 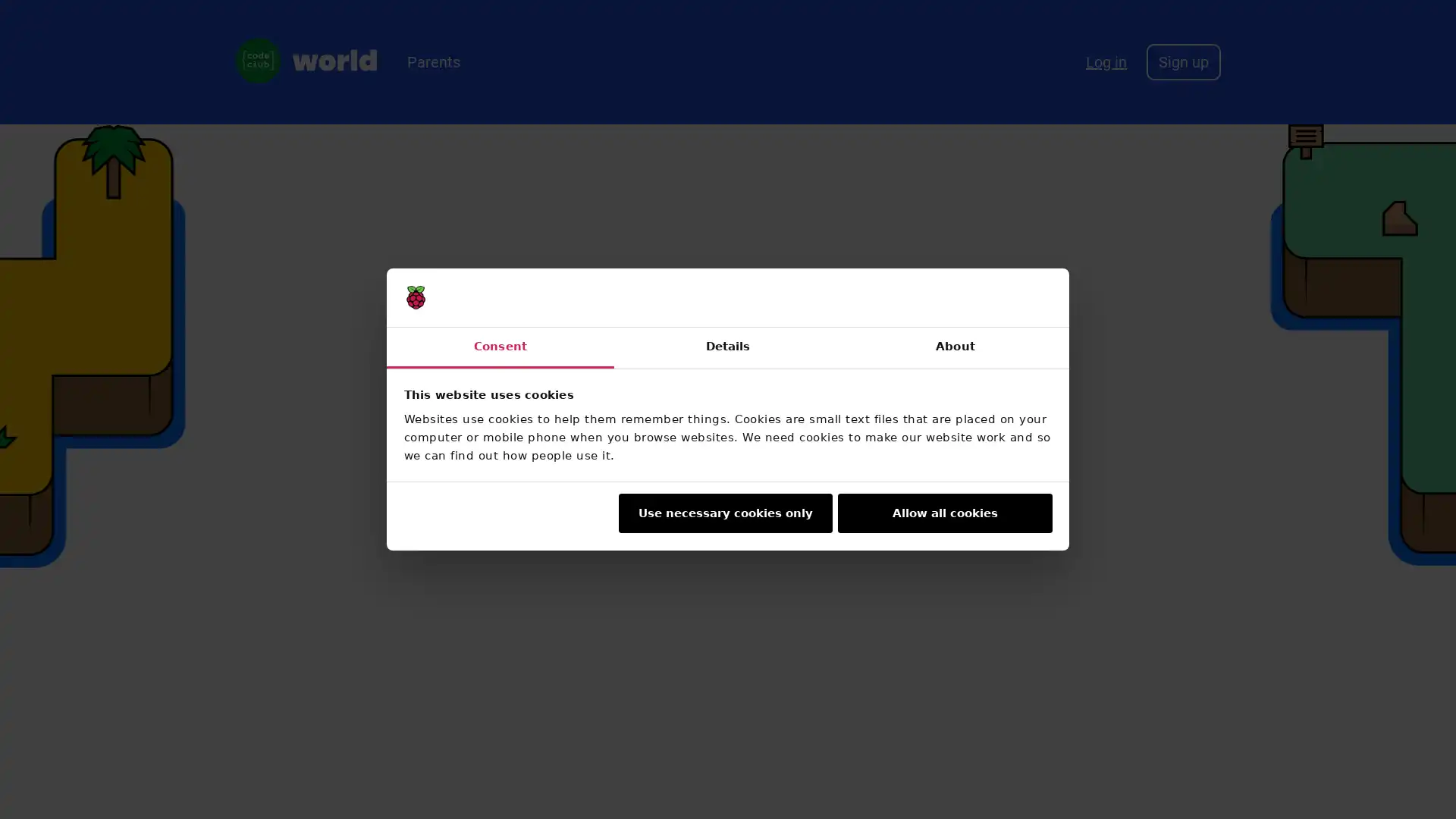 What do you see at coordinates (1182, 61) in the screenshot?
I see `Sign up` at bounding box center [1182, 61].